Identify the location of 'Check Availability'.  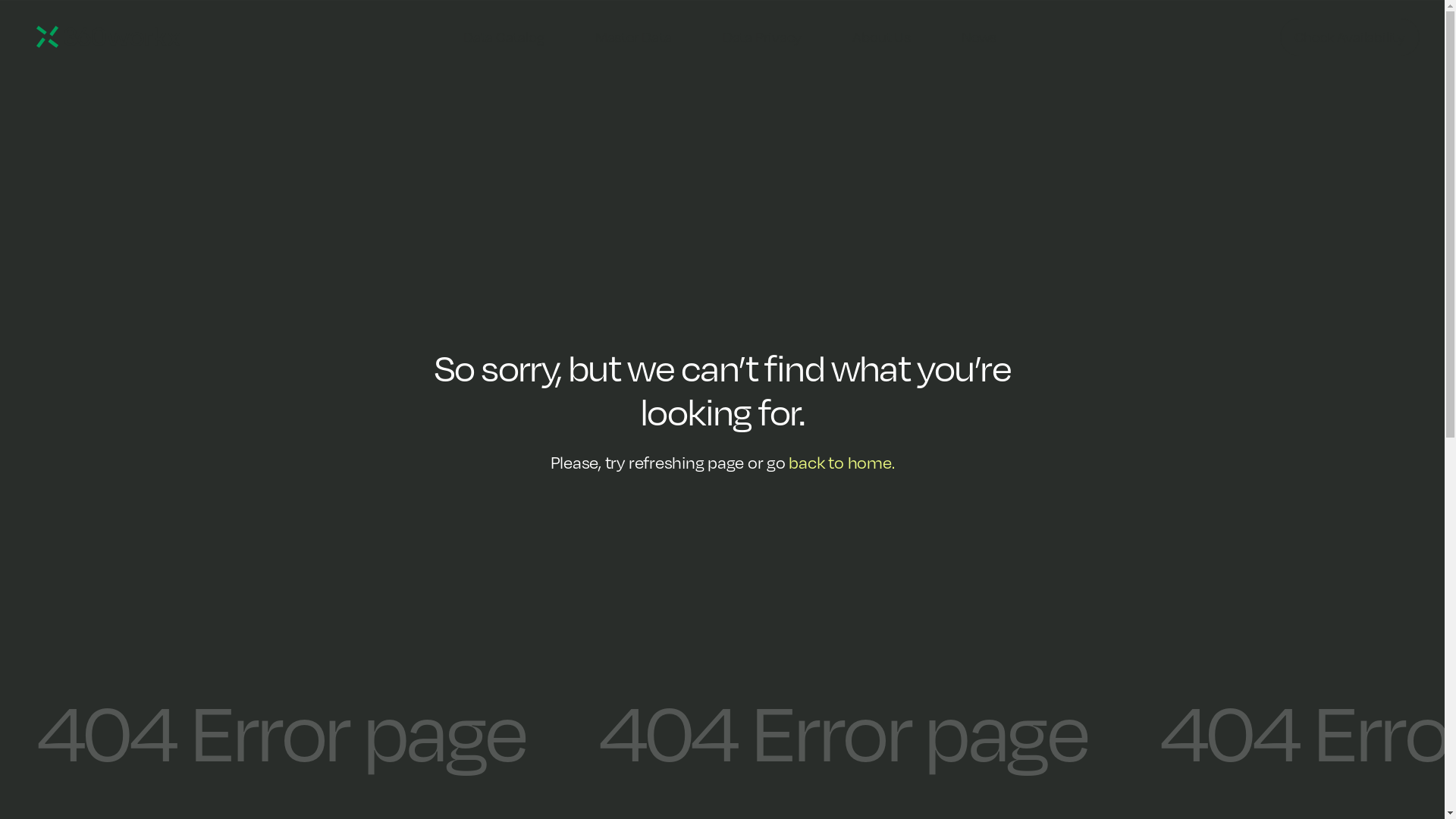
(1279, 36).